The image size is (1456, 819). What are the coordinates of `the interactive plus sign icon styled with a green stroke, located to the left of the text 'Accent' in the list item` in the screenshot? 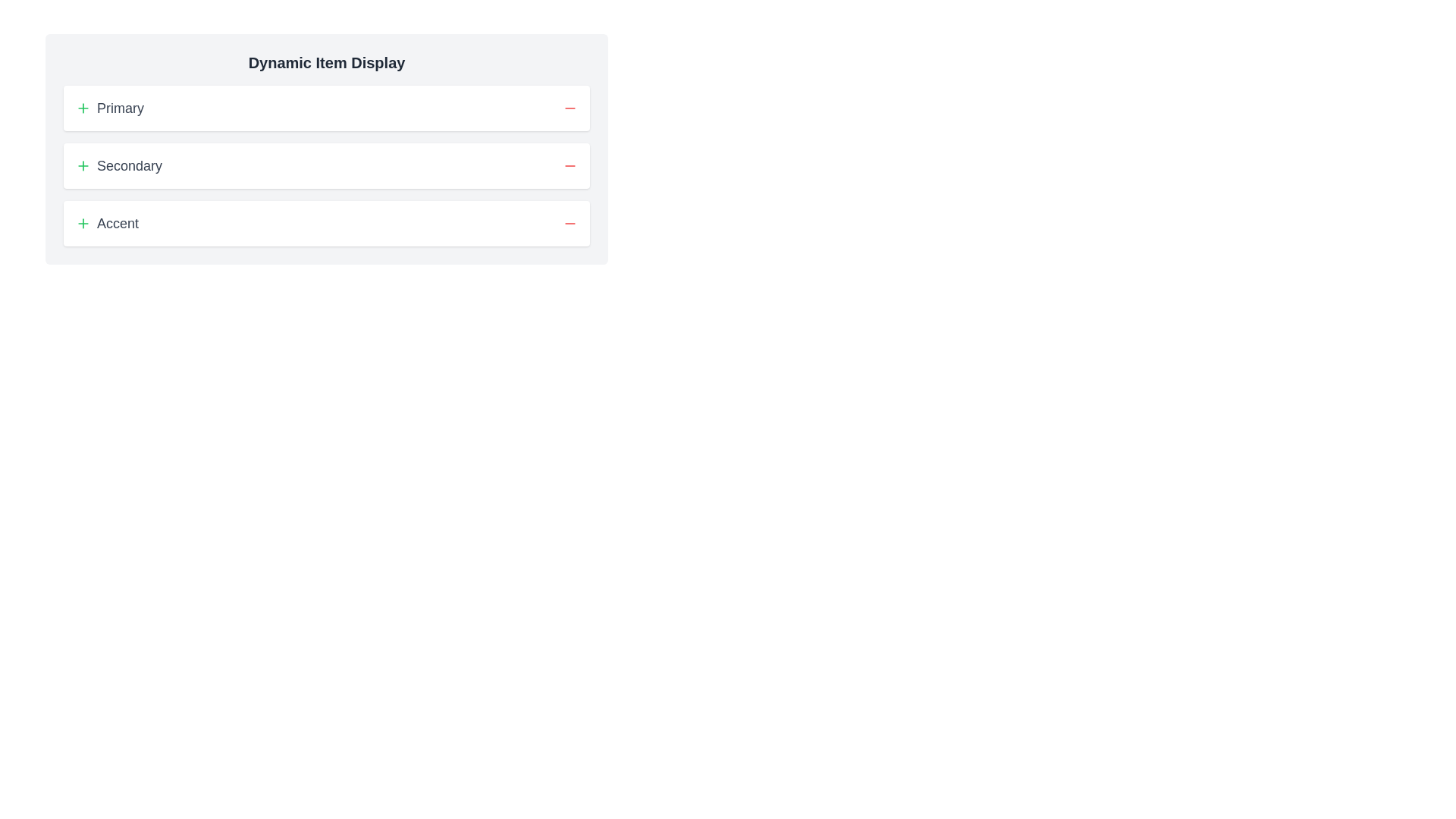 It's located at (83, 223).